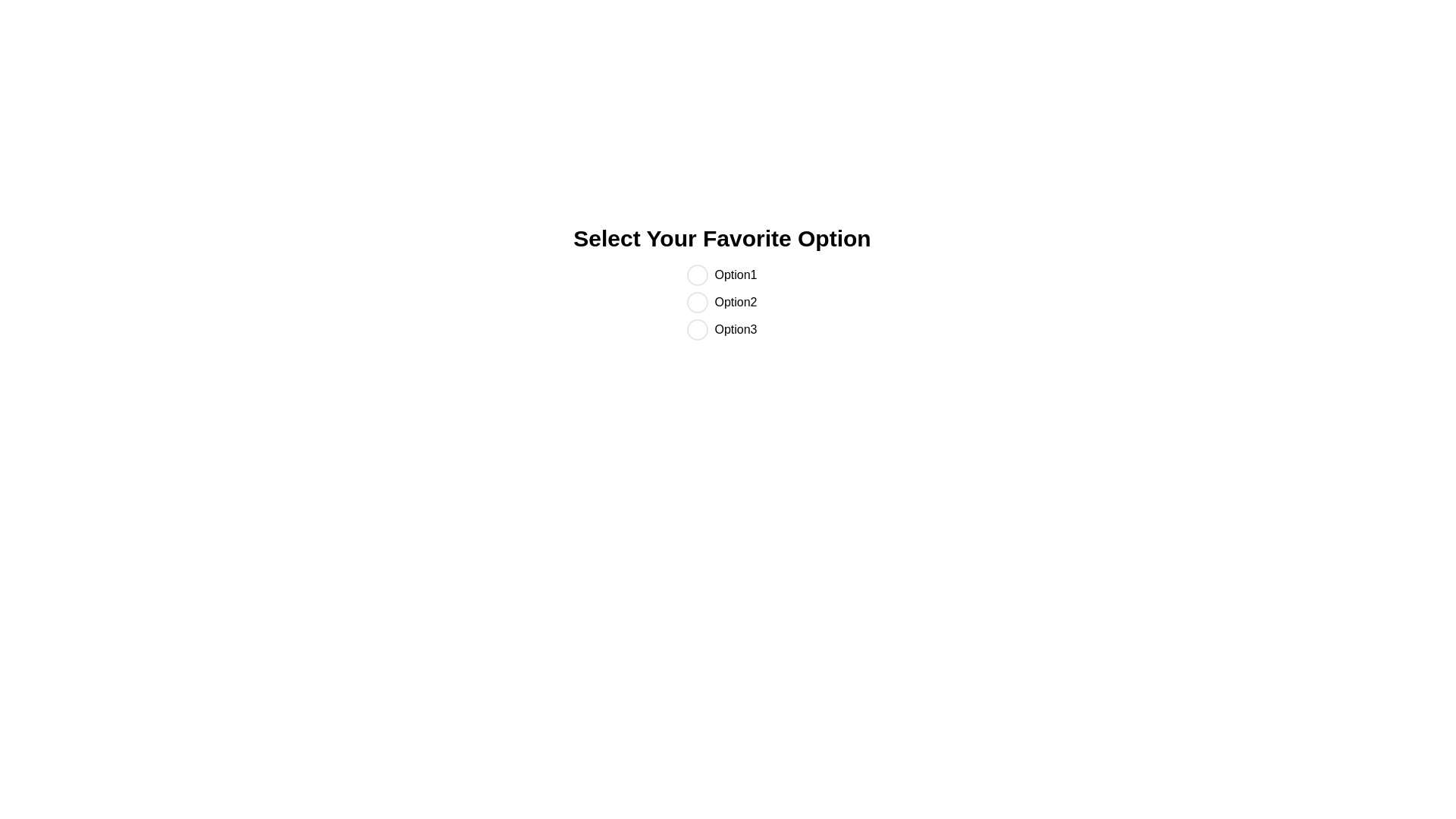 The height and width of the screenshot is (819, 1456). What do you see at coordinates (721, 275) in the screenshot?
I see `the radio button labeled 'Option1', which is the first selectable option directly below the title 'Select Your Favorite Option'` at bounding box center [721, 275].